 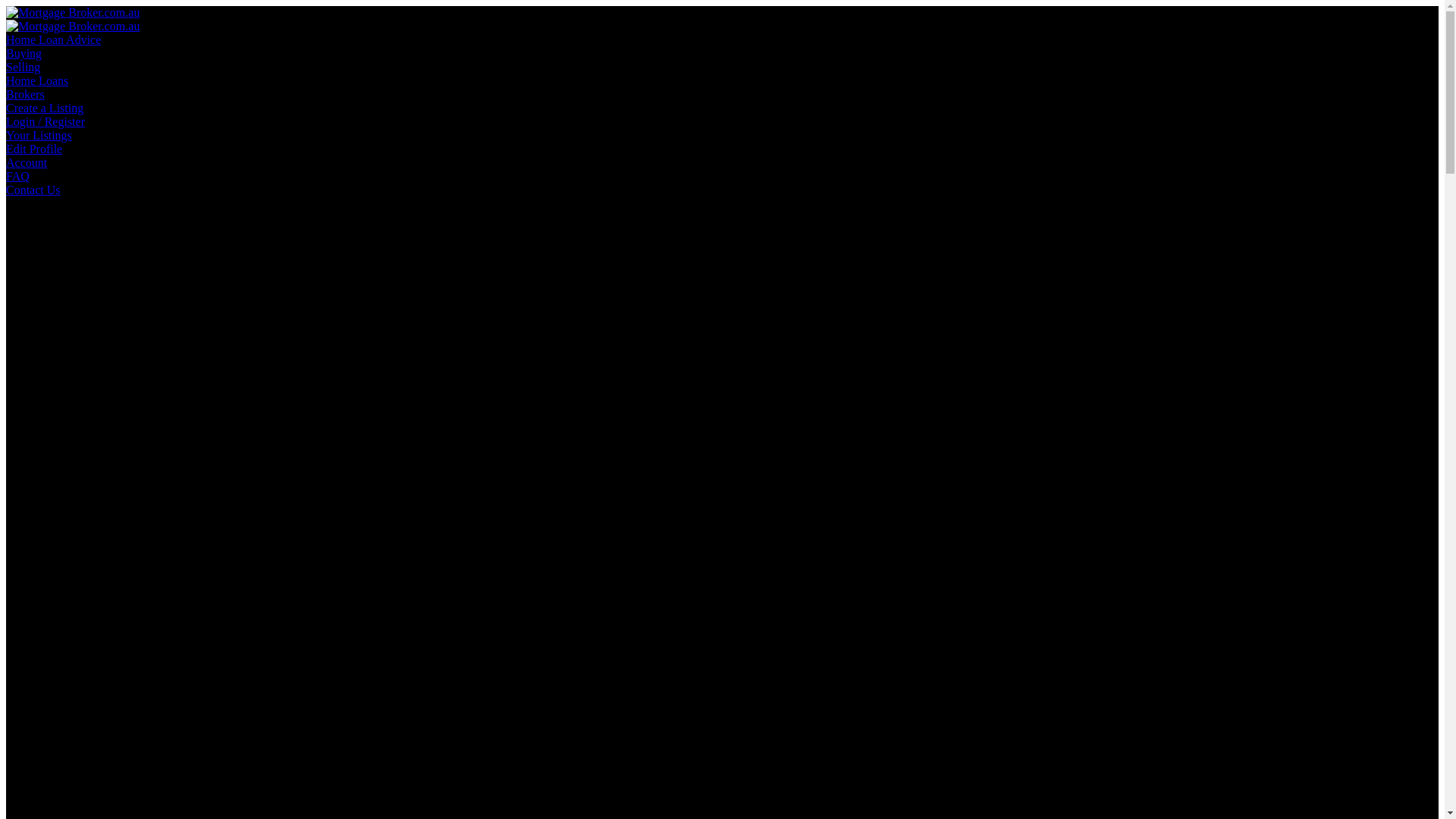 What do you see at coordinates (36, 80) in the screenshot?
I see `'Home Loans'` at bounding box center [36, 80].